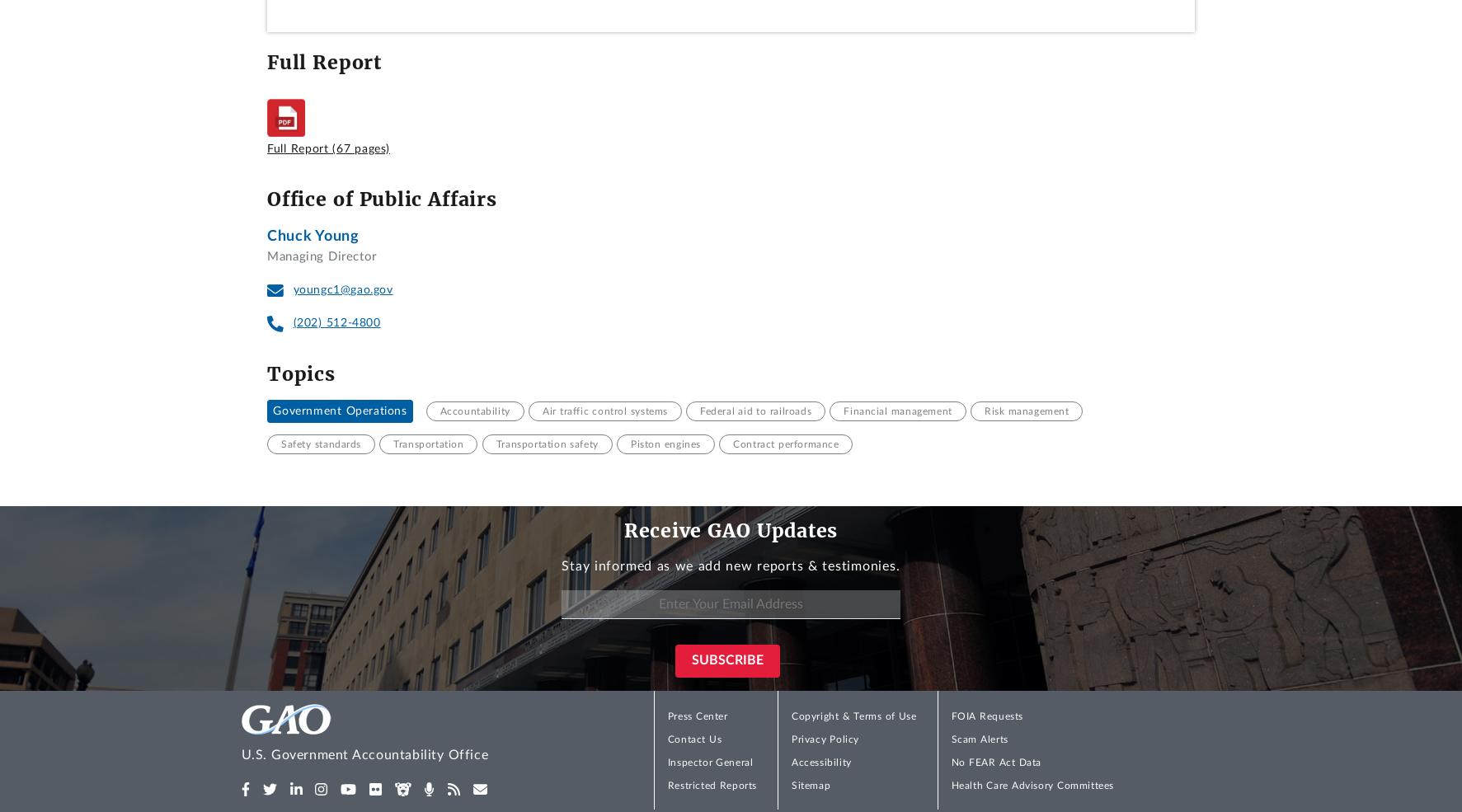  What do you see at coordinates (666, 738) in the screenshot?
I see `'Contact Us'` at bounding box center [666, 738].